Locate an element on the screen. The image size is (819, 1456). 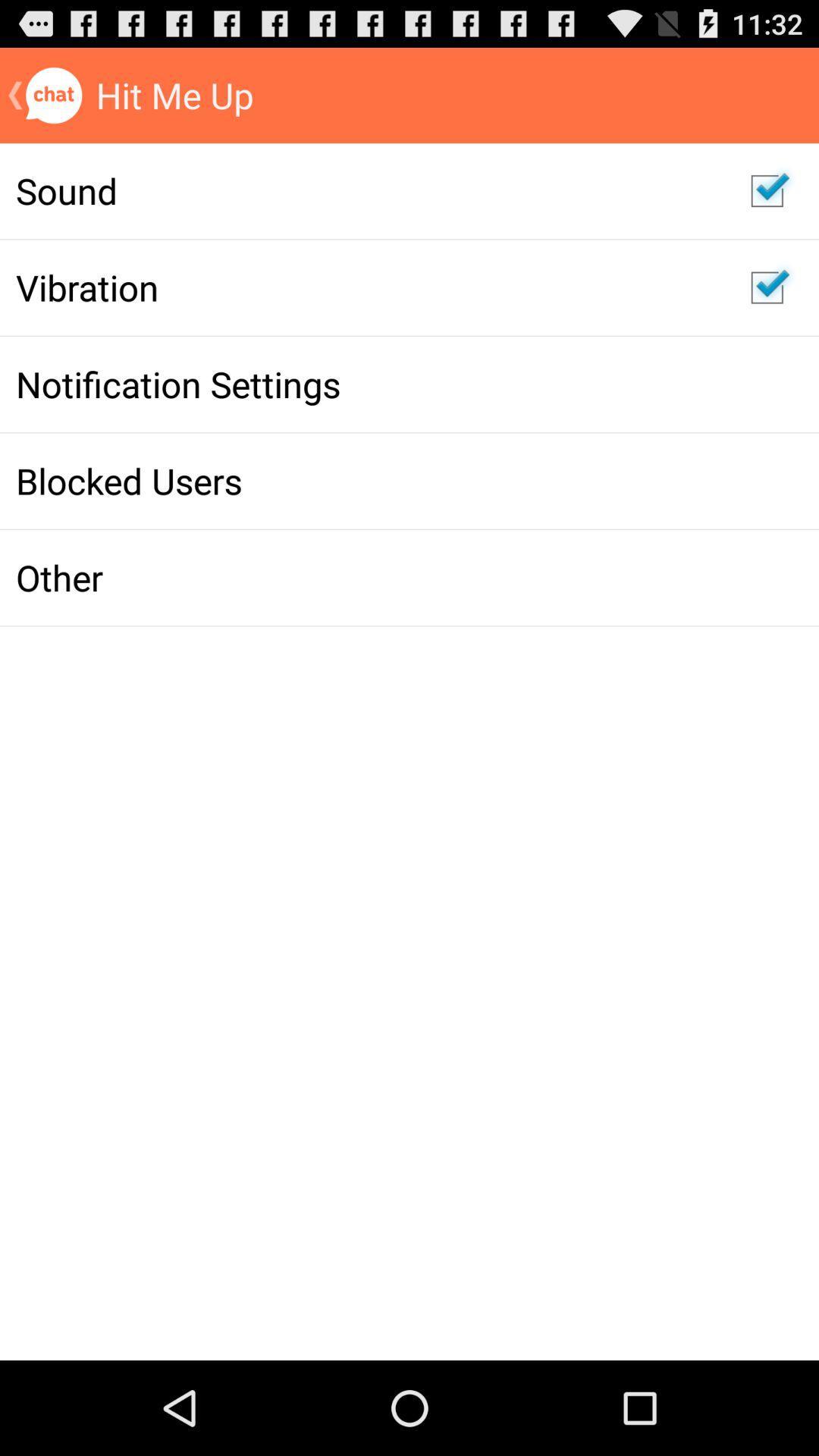
other item is located at coordinates (367, 576).